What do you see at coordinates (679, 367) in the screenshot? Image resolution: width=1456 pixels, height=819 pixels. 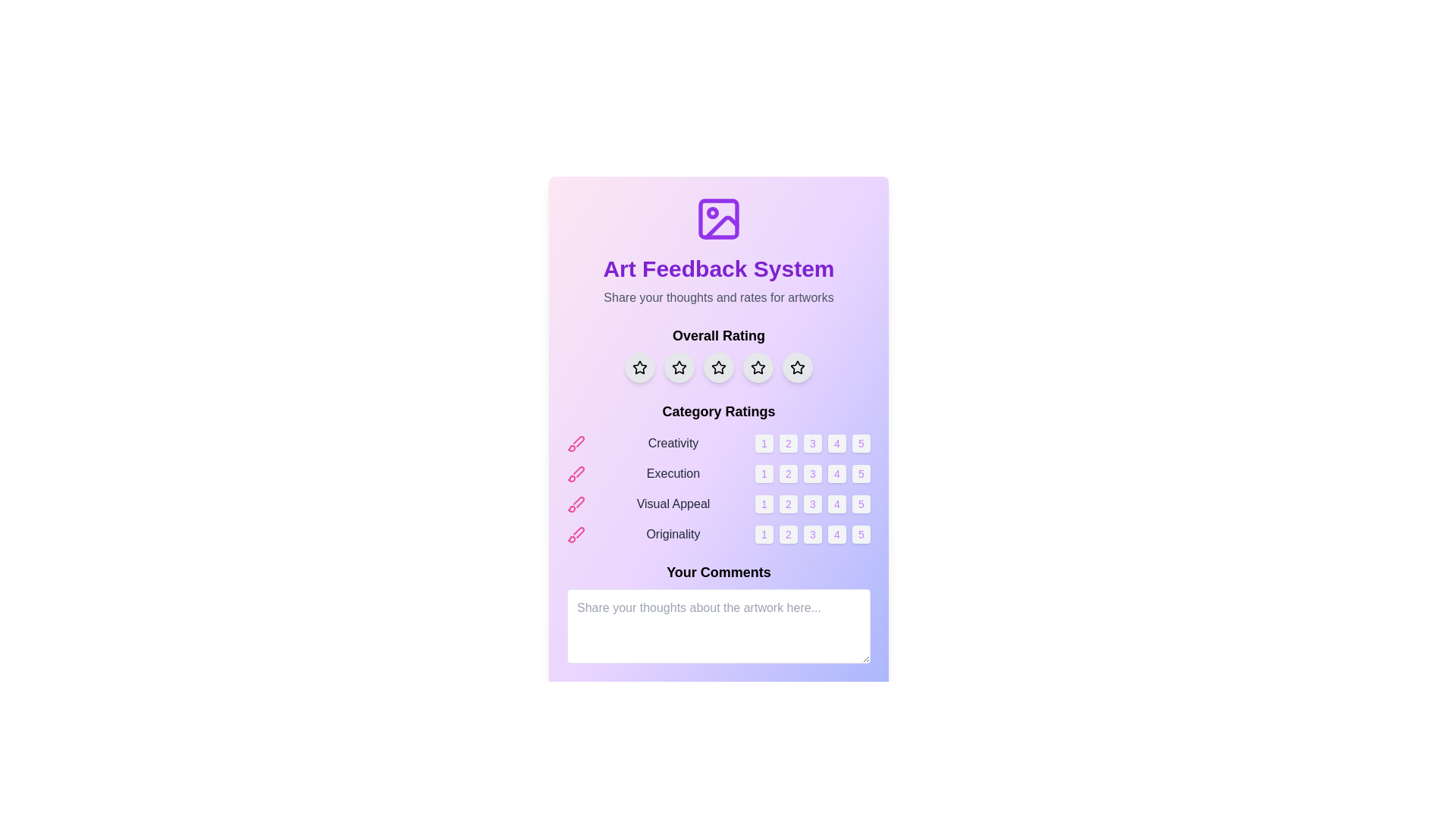 I see `the second star icon in the rating system` at bounding box center [679, 367].